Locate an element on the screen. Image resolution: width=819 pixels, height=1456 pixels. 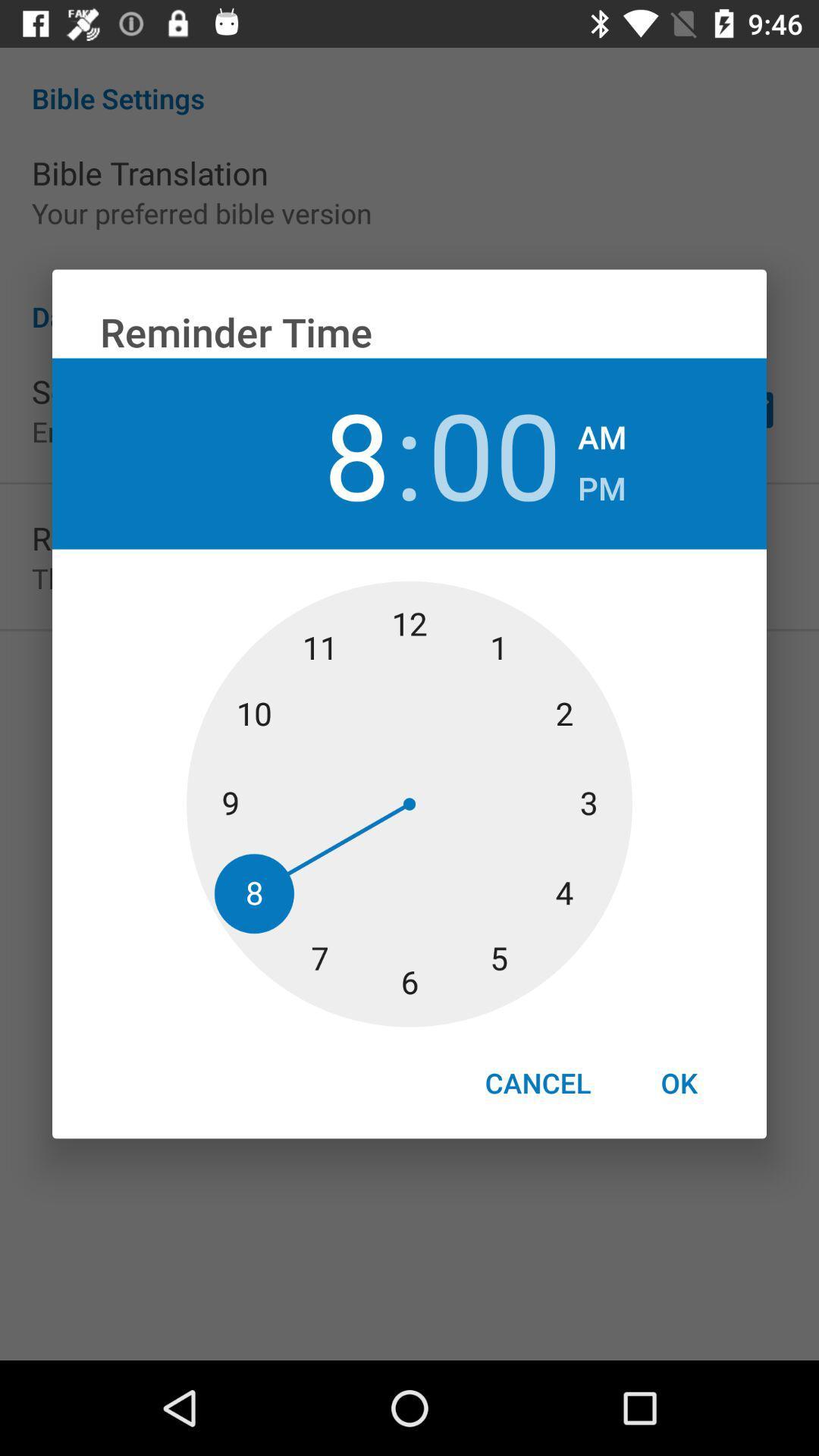
icon to the right of the 00 is located at coordinates (601, 431).